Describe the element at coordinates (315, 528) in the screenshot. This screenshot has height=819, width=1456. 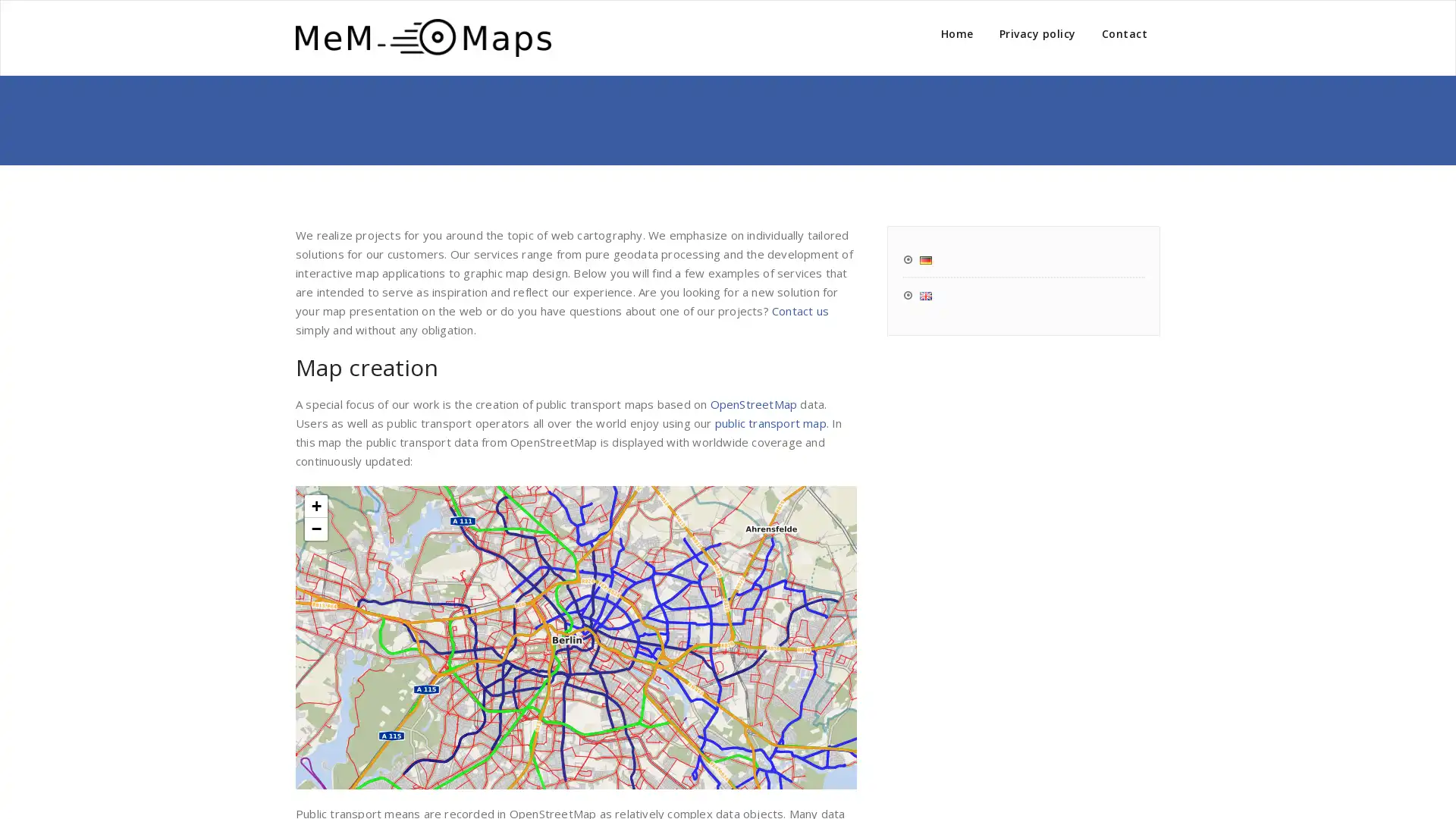
I see `Zoom out` at that location.